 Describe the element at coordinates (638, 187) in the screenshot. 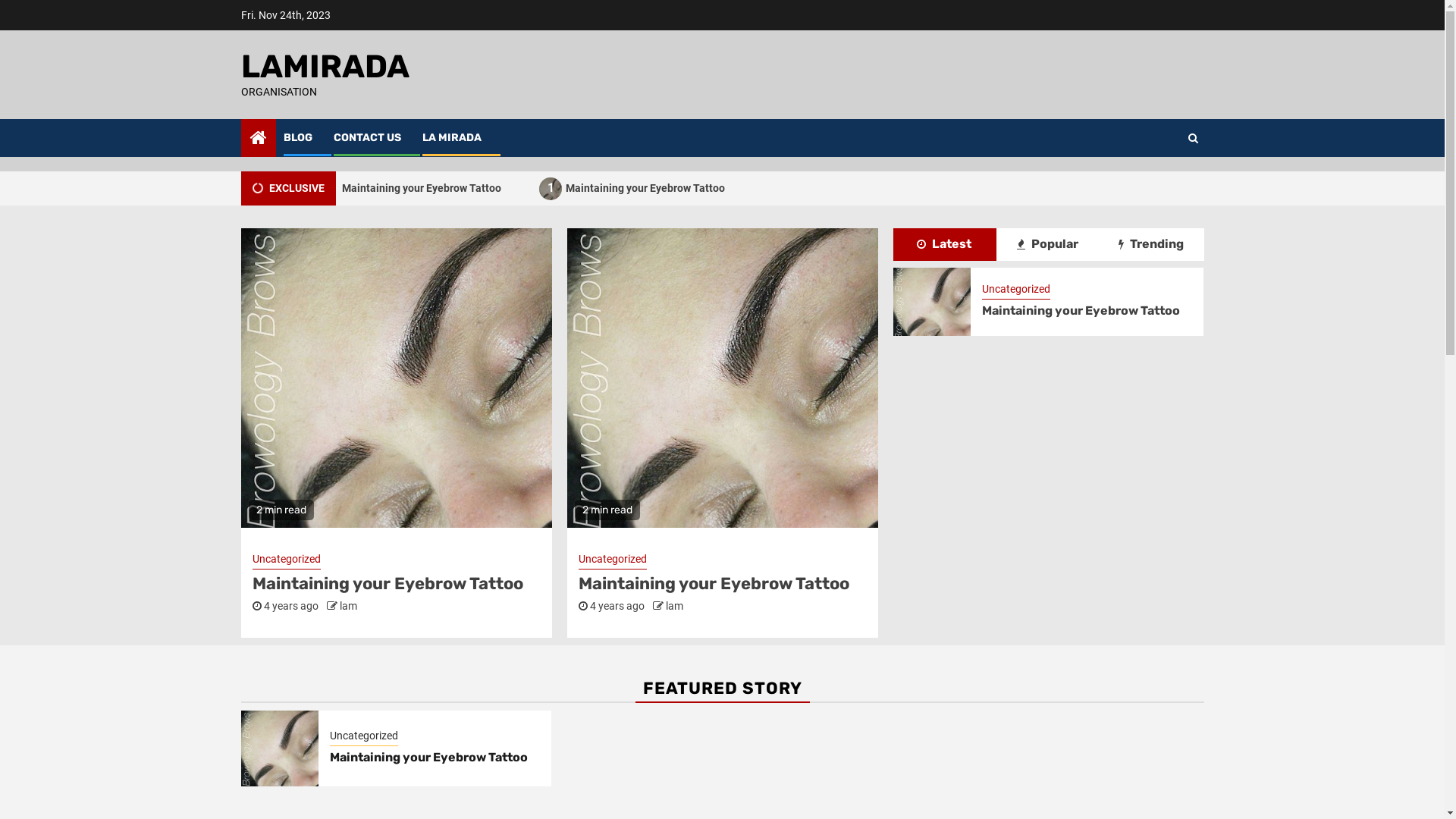

I see `'1` at that location.